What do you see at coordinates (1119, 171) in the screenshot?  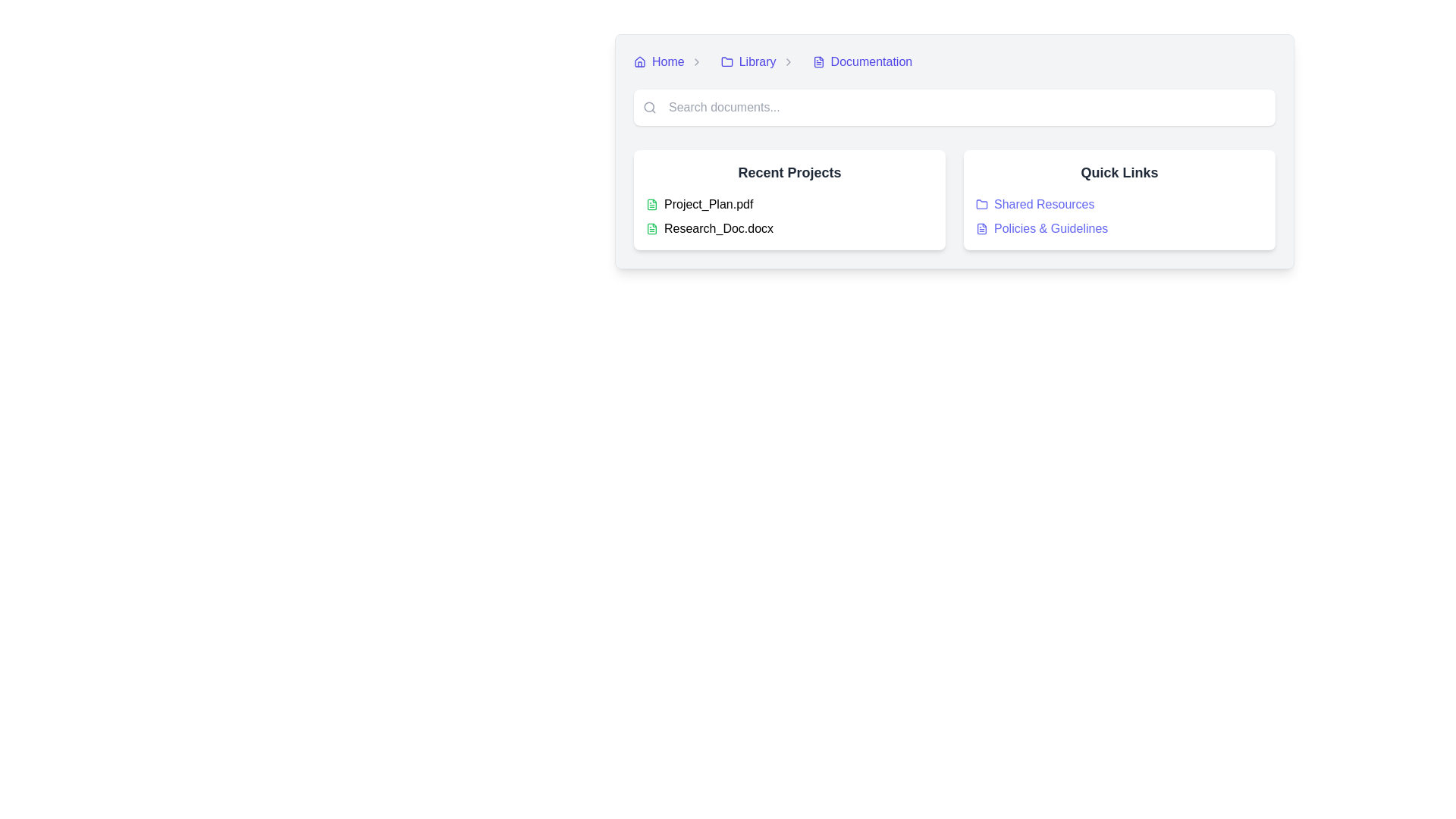 I see `the 'Quick Links' text label located near the top-right corner above the links 'Shared Resources' and 'Policies & Guidelines'` at bounding box center [1119, 171].